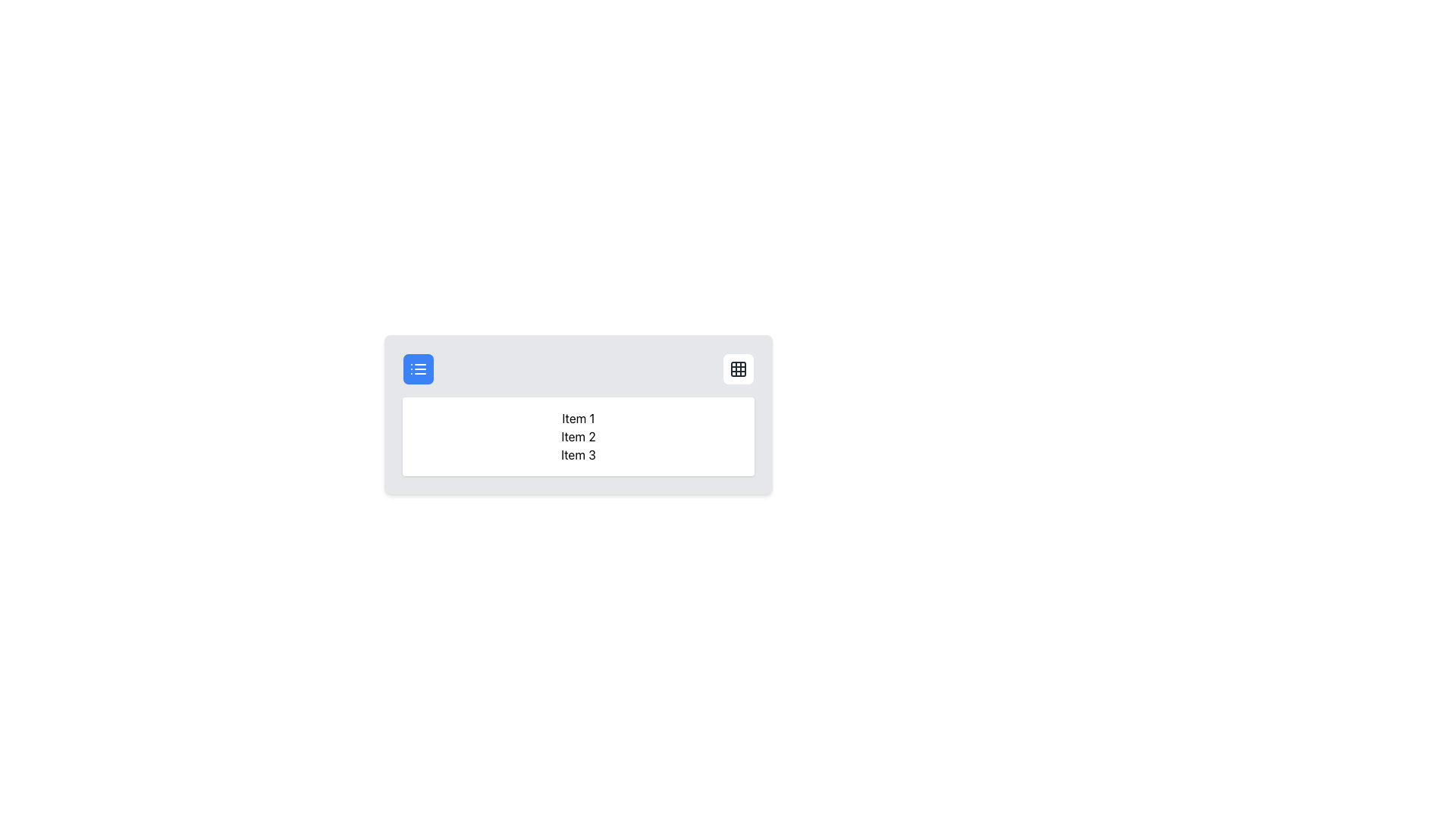 The image size is (1456, 819). What do you see at coordinates (578, 418) in the screenshot?
I see `the text label representing the first item in the list, which is displayed at the top-middle region of the interface` at bounding box center [578, 418].